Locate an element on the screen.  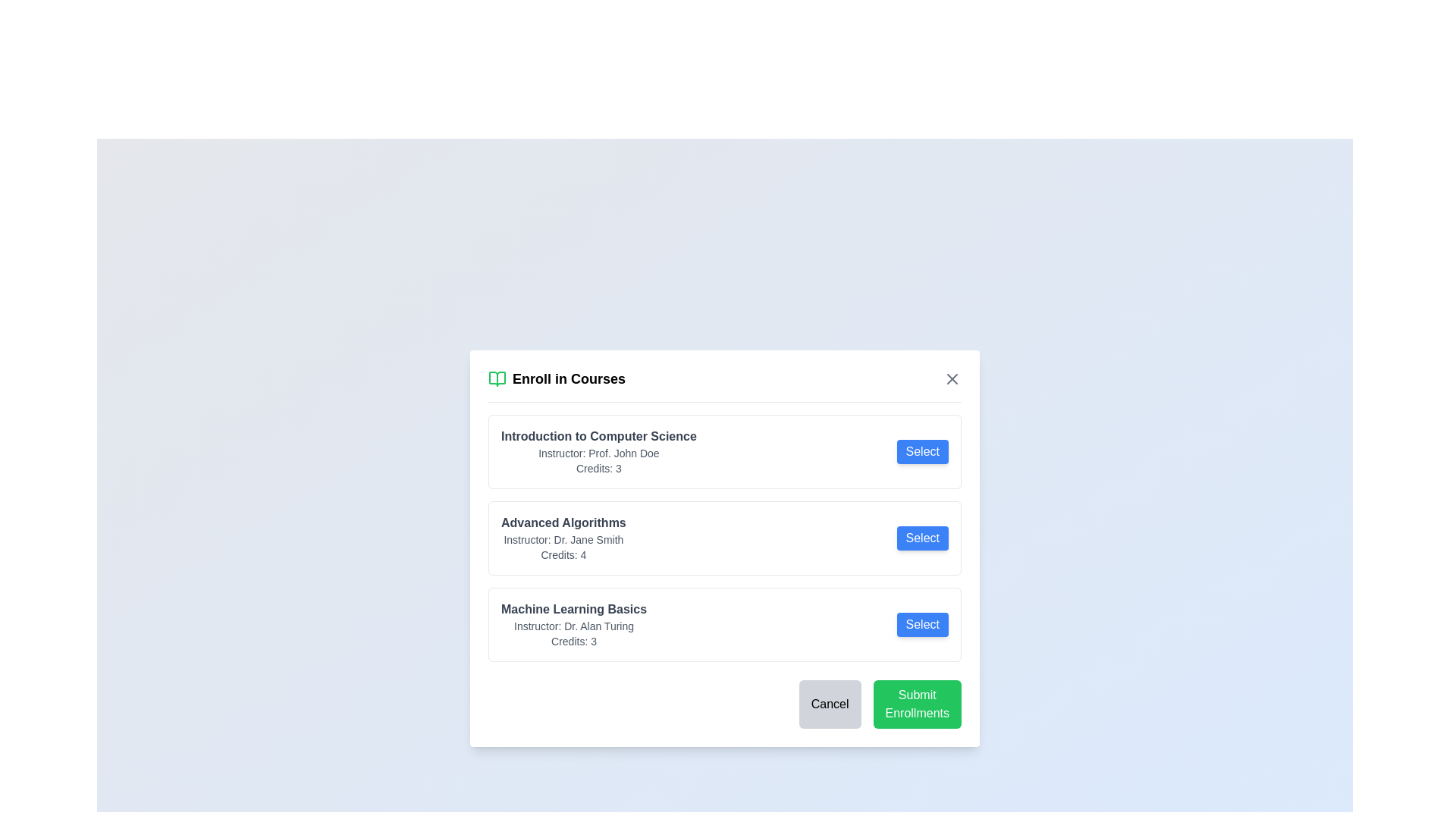
the 'Cancel' button with rounded edges in the footer of the modal dialog to change its background color is located at coordinates (829, 704).